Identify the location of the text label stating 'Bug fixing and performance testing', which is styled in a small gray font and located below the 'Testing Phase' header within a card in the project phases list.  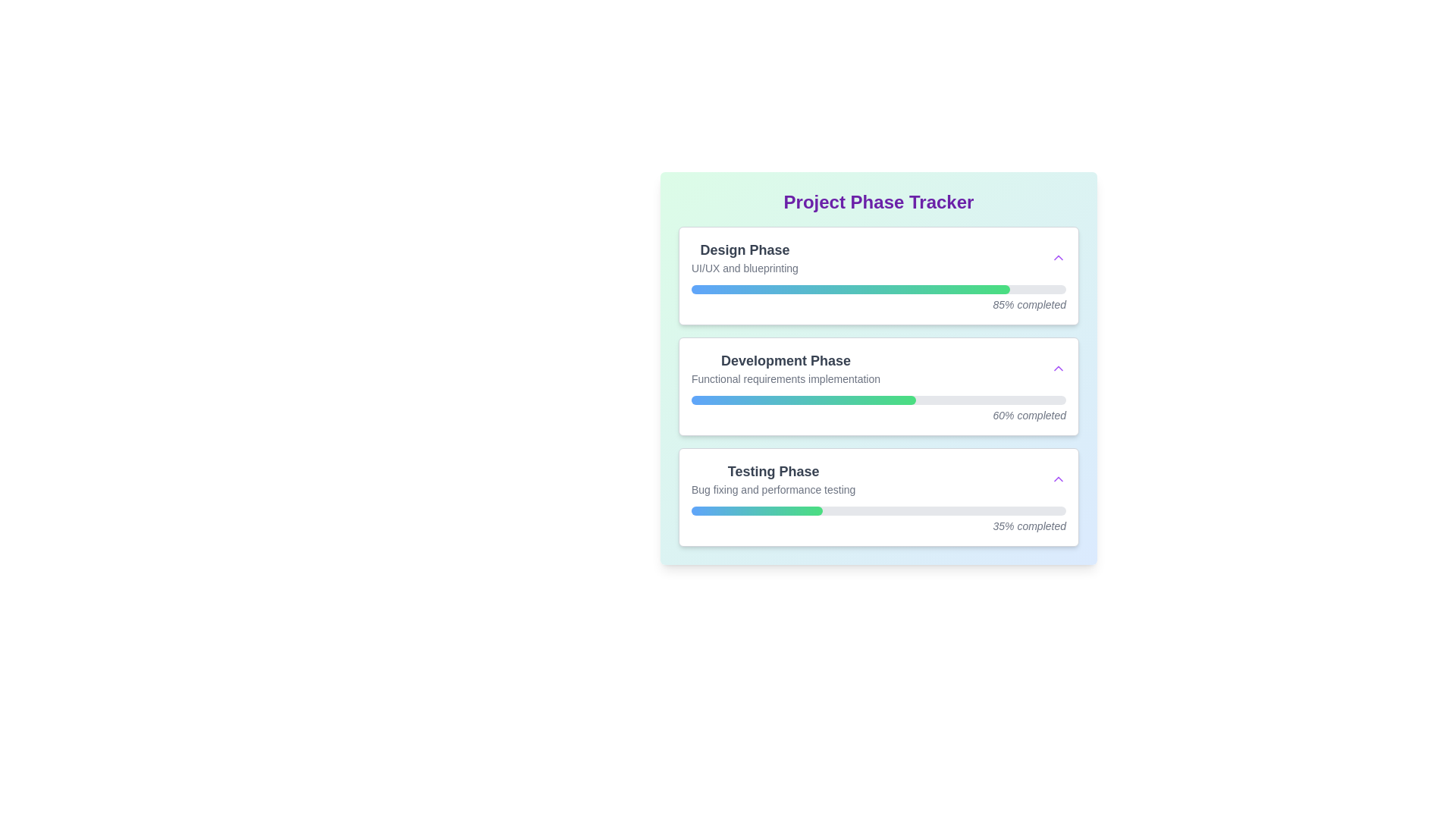
(773, 489).